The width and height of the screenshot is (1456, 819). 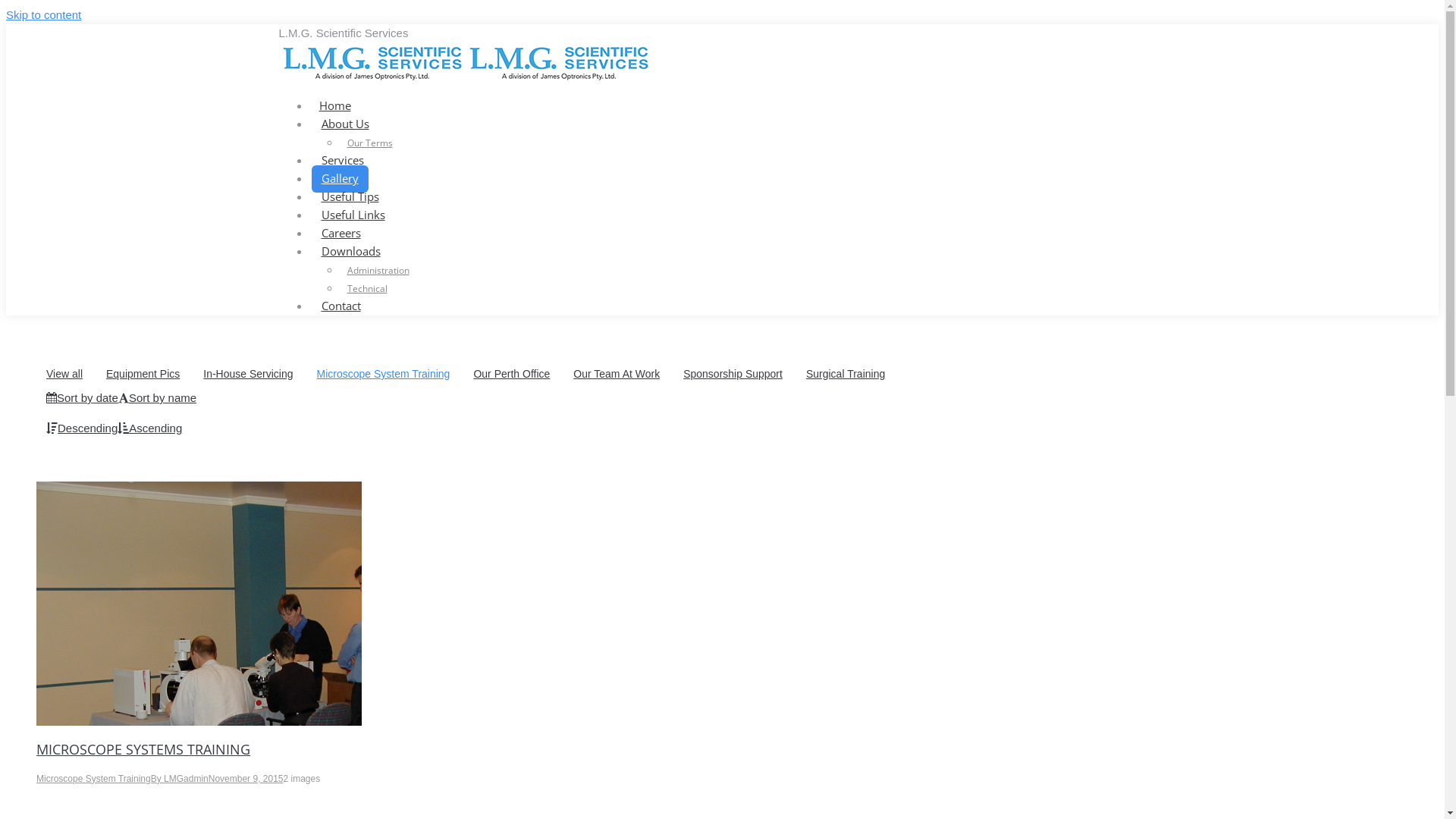 I want to click on 'Our Perth Office', so click(x=462, y=374).